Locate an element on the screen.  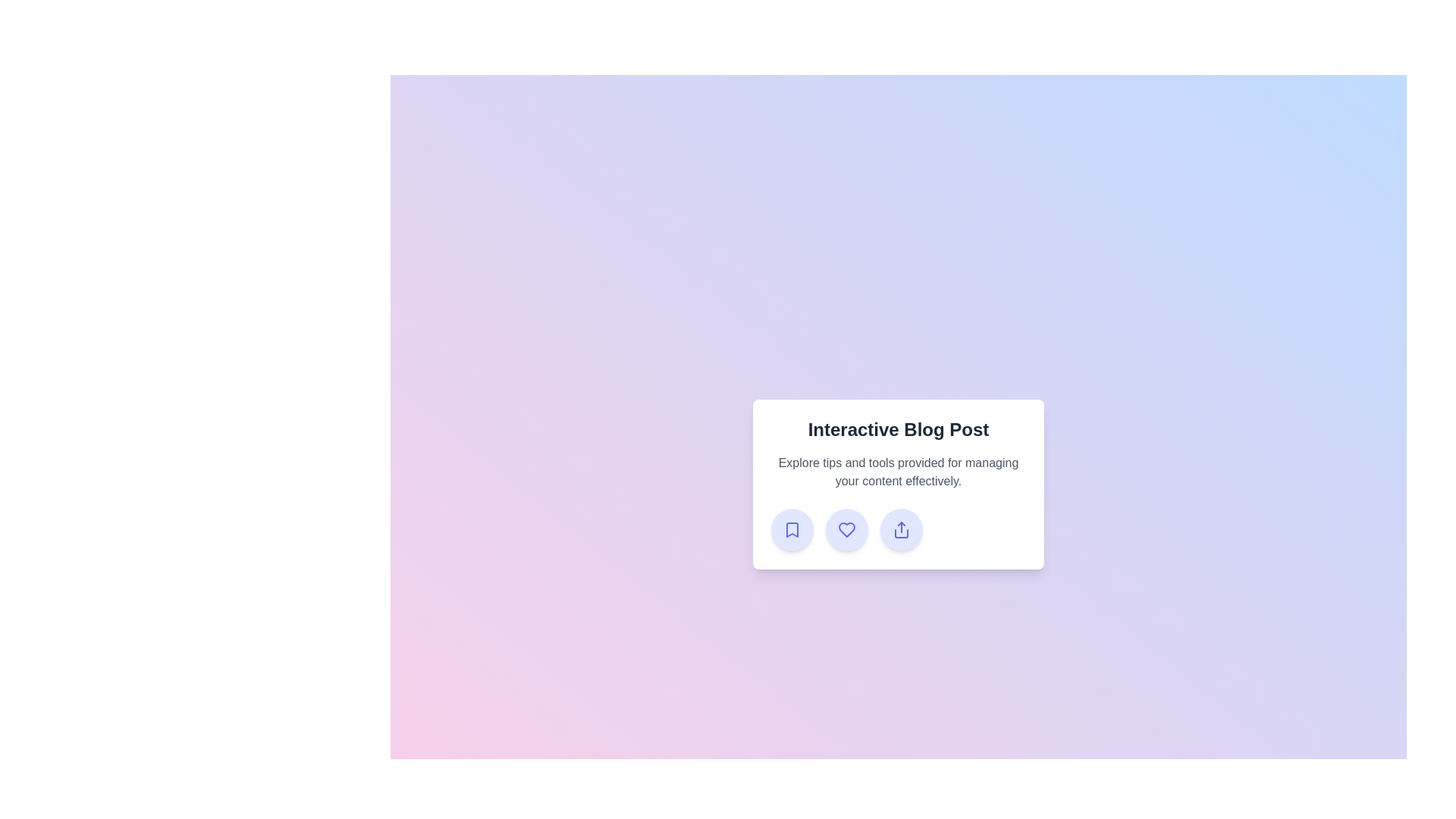
the leftmost icon button resembling a bookmark with a light indigo background is located at coordinates (792, 529).